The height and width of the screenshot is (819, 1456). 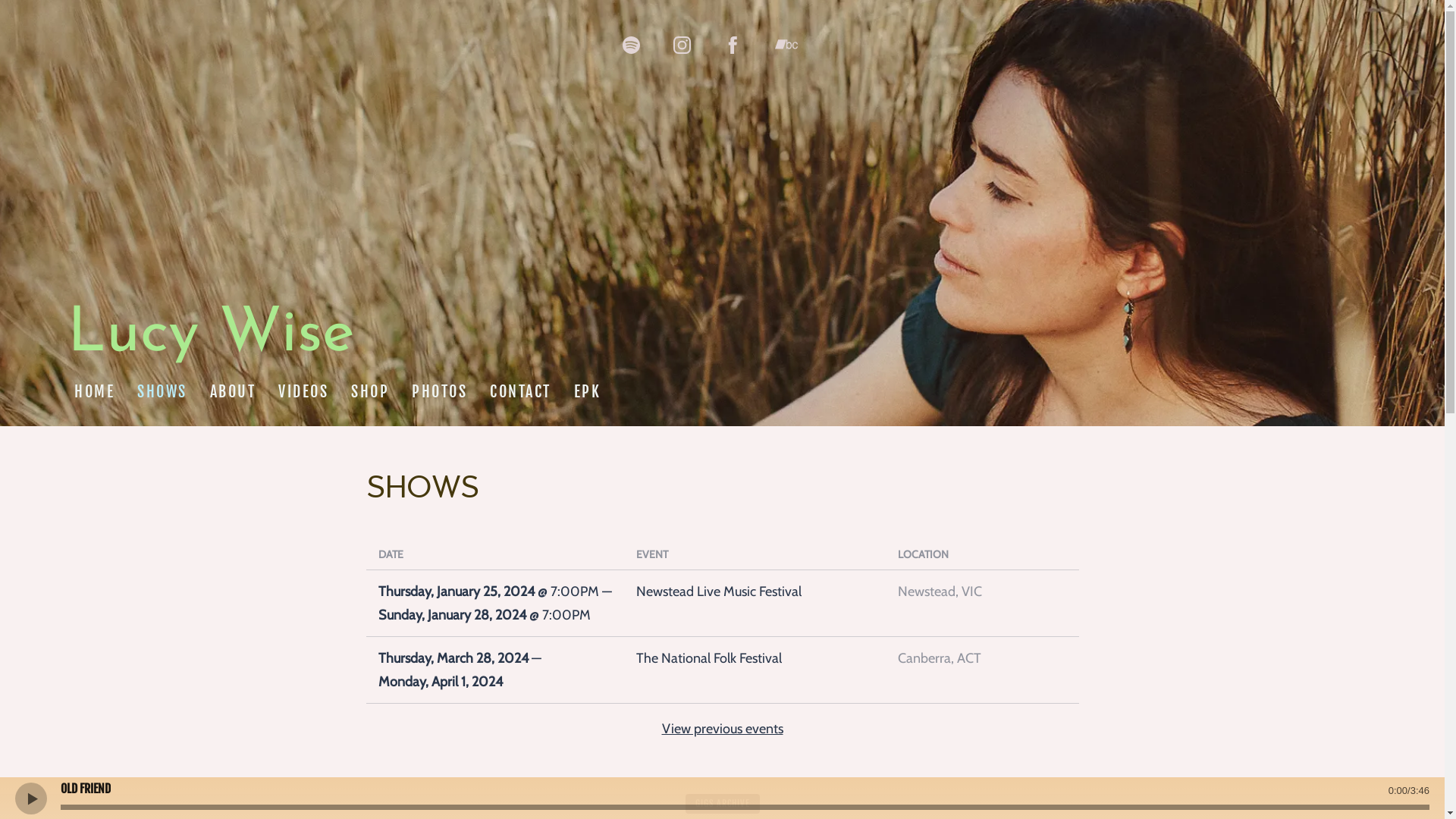 I want to click on 'https://instagram.com/lucywisemusic', so click(x=681, y=44).